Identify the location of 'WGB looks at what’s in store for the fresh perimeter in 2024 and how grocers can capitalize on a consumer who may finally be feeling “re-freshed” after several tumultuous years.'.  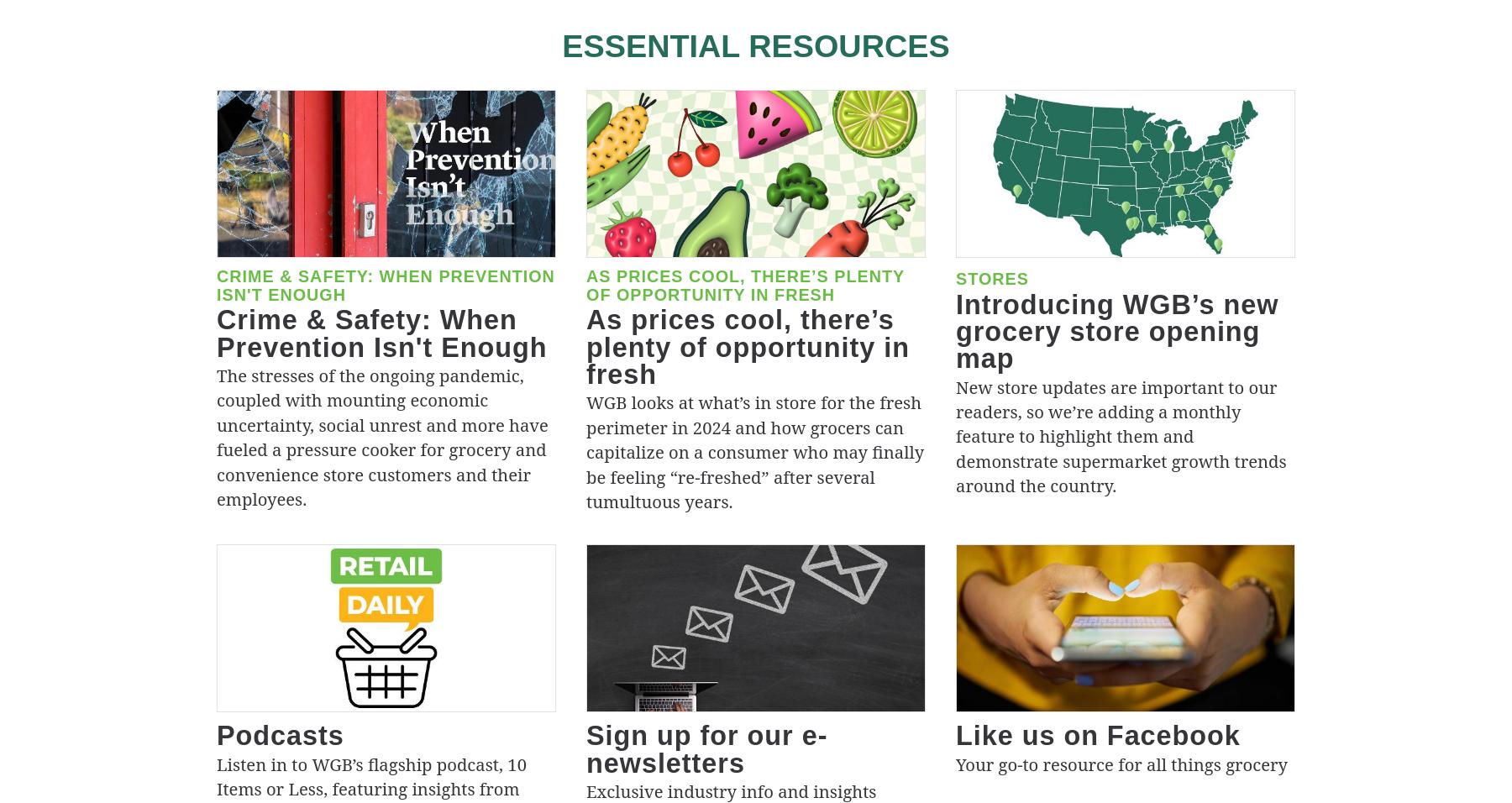
(585, 450).